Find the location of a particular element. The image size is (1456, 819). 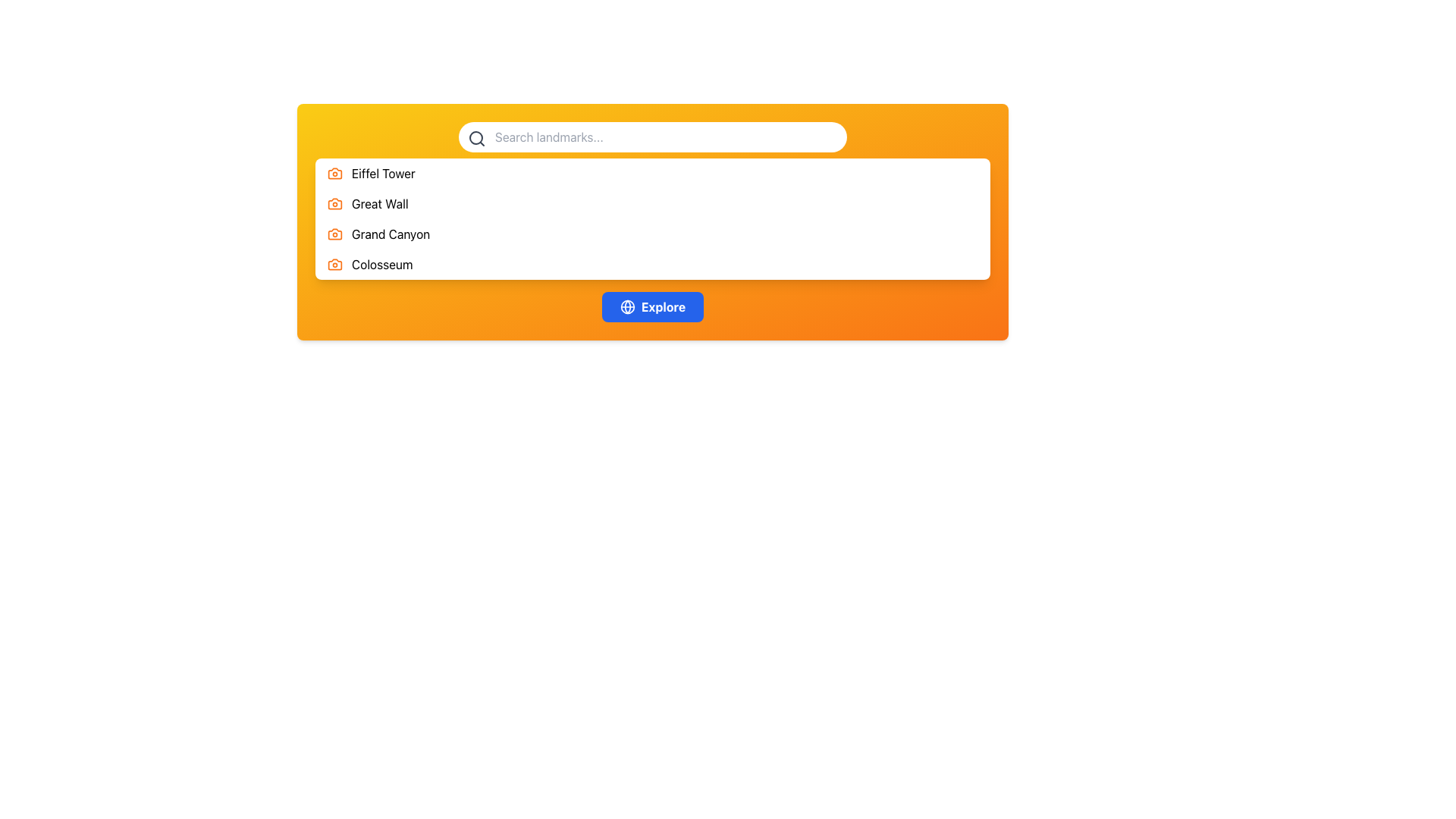

the text label displaying 'Eiffel Tower', which is the first item in a vertical list of selectable landmarks is located at coordinates (383, 172).